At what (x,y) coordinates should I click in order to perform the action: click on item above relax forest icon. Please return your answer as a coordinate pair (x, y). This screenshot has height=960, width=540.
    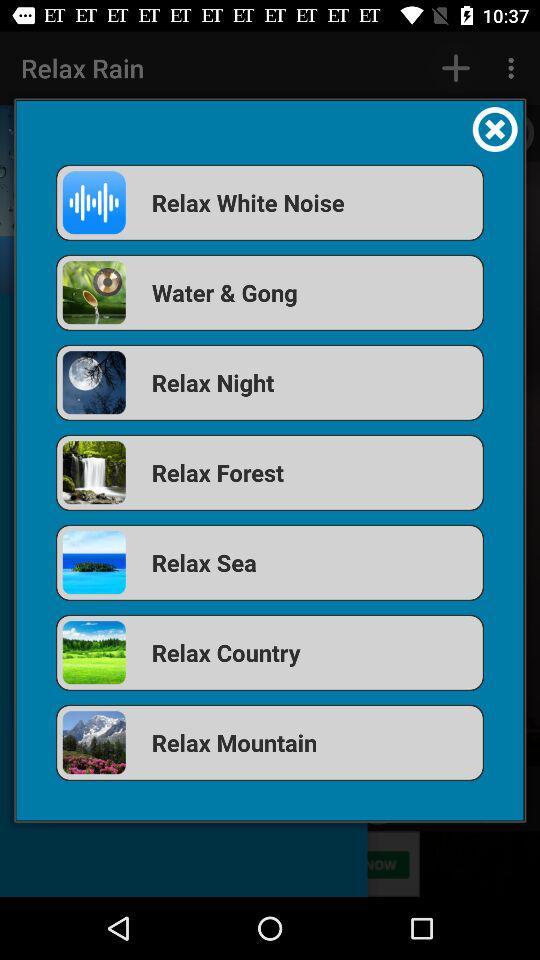
    Looking at the image, I should click on (270, 381).